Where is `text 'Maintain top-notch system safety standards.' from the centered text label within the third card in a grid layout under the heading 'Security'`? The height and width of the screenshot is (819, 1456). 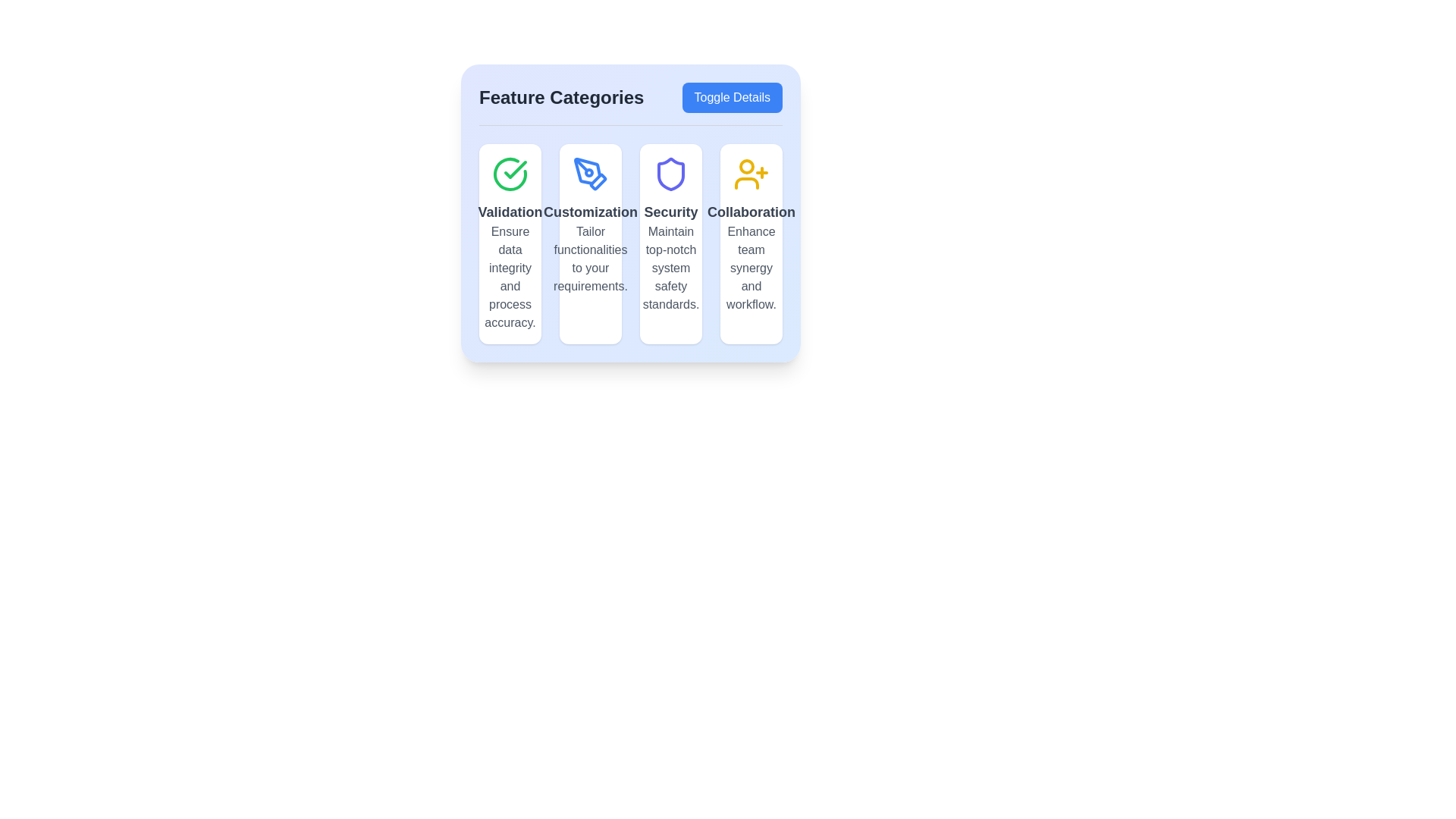
text 'Maintain top-notch system safety standards.' from the centered text label within the third card in a grid layout under the heading 'Security' is located at coordinates (670, 268).